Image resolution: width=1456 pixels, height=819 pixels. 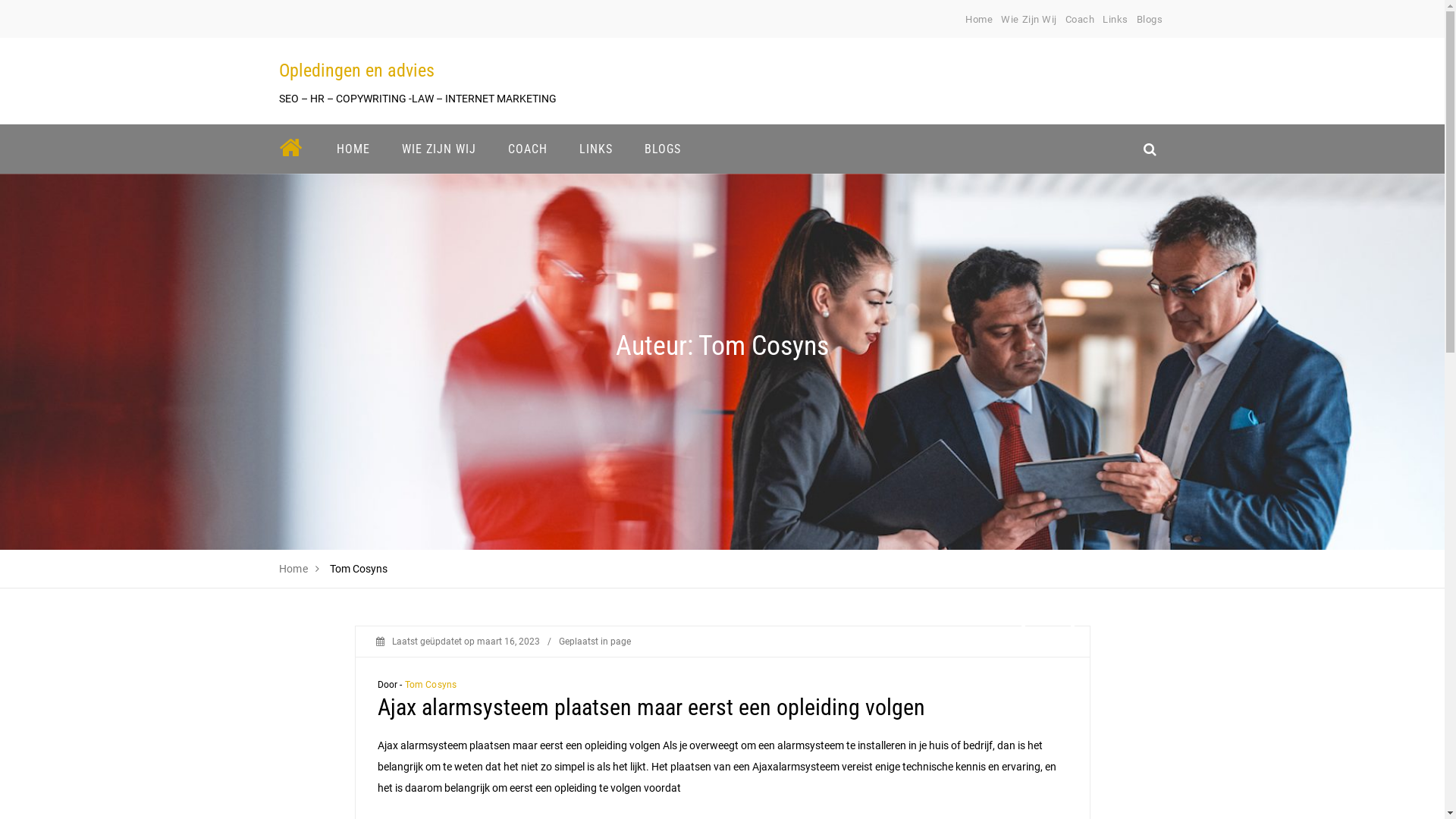 I want to click on 'BLOGS', so click(x=662, y=149).